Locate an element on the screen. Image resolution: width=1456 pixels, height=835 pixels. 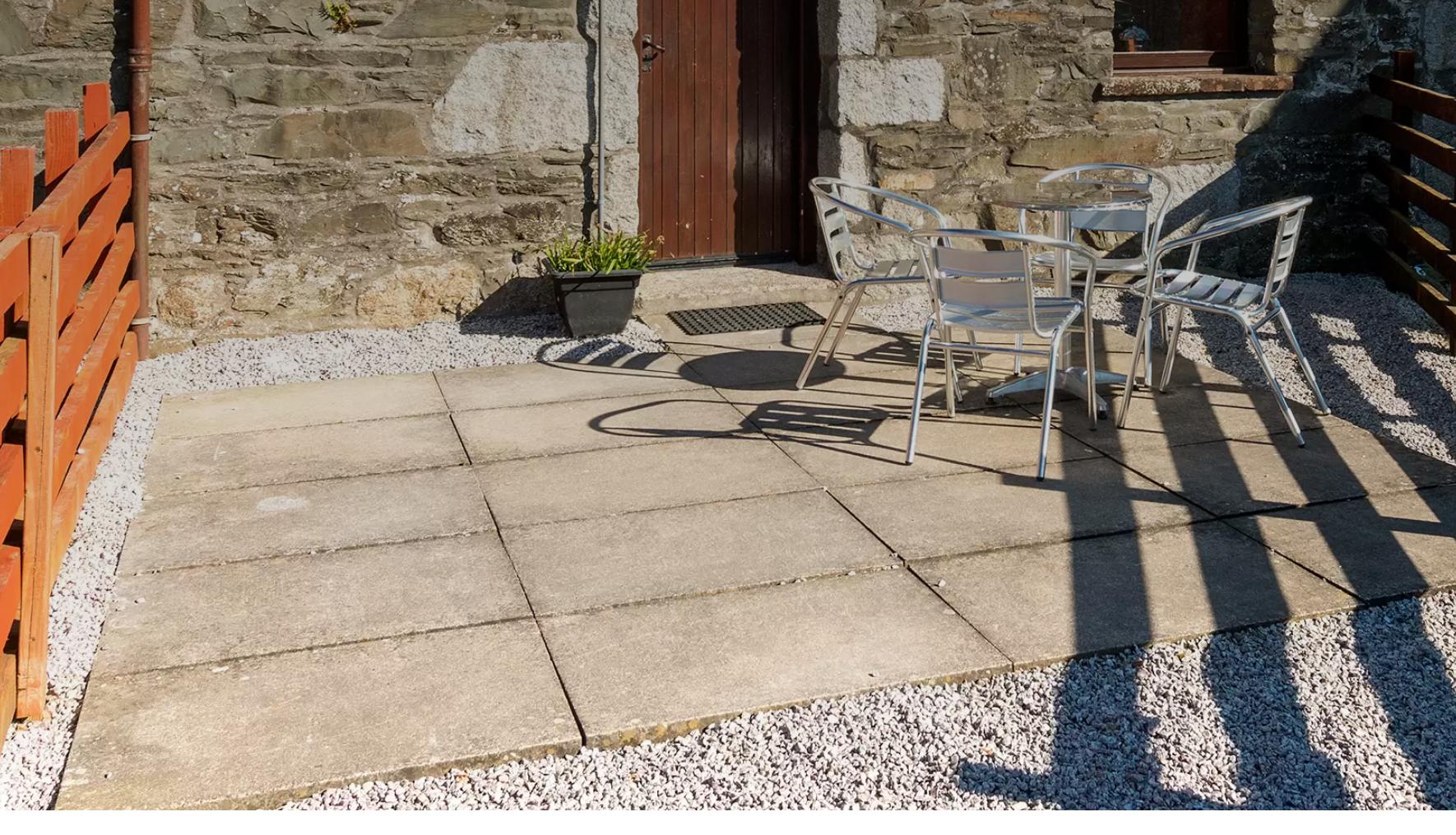
'Our Story' is located at coordinates (805, 559).